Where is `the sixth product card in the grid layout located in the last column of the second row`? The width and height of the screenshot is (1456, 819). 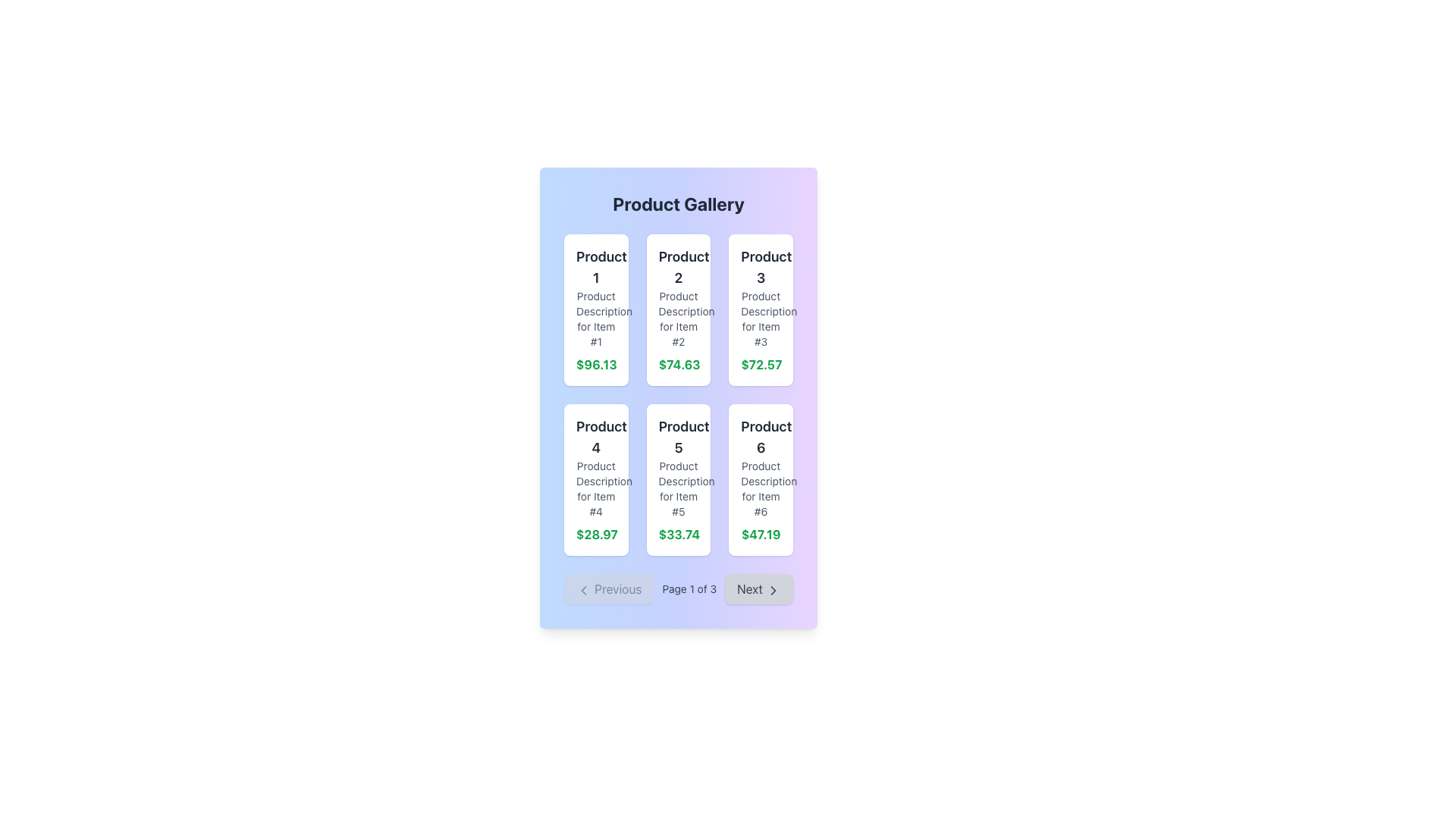
the sixth product card in the grid layout located in the last column of the second row is located at coordinates (761, 479).